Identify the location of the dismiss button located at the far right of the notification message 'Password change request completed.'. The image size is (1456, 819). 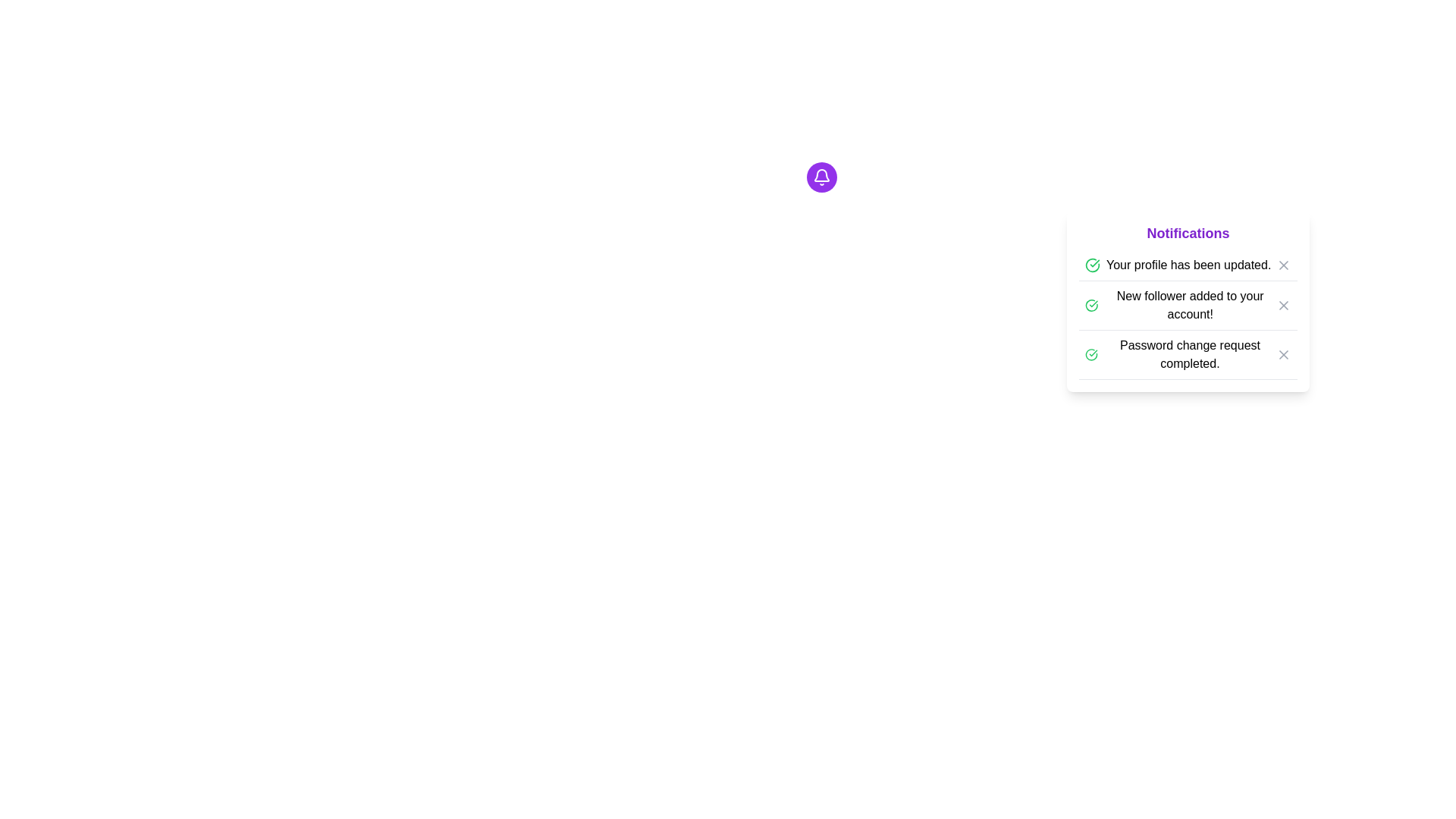
(1283, 354).